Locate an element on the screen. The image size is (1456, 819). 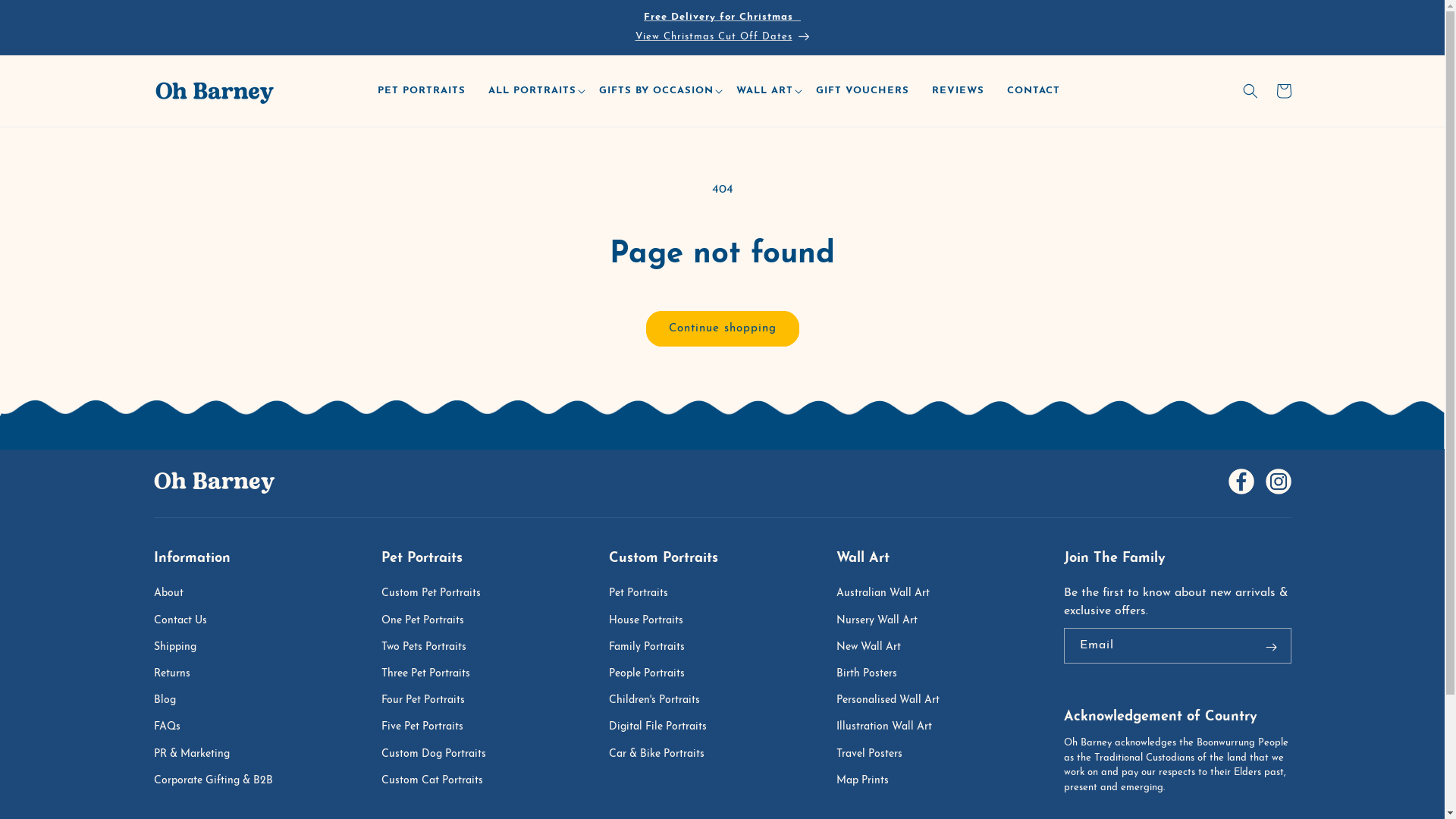
'FAQs' is located at coordinates (152, 726).